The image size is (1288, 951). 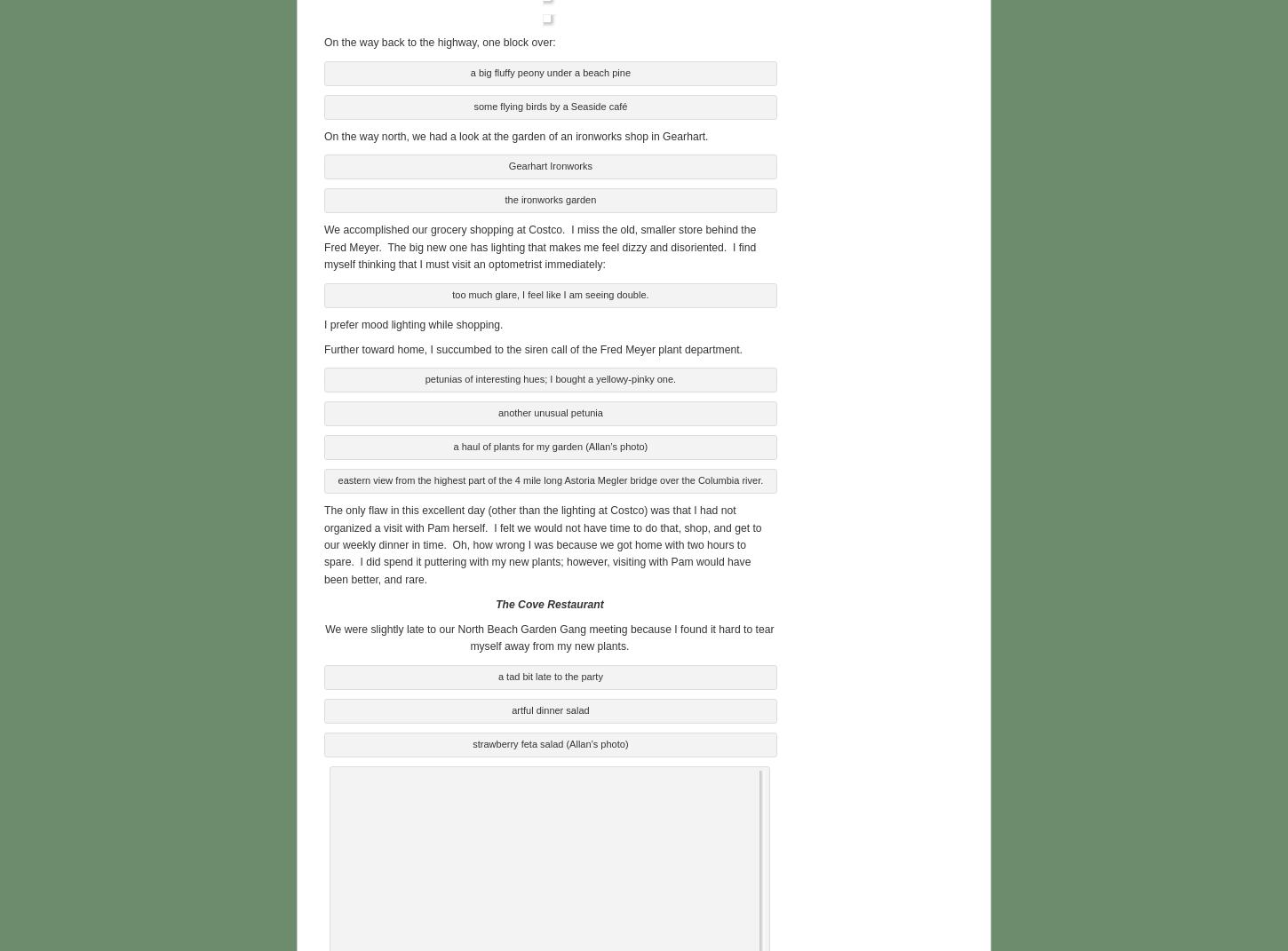 I want to click on 'On the way back to the highway, one block over:', so click(x=322, y=40).